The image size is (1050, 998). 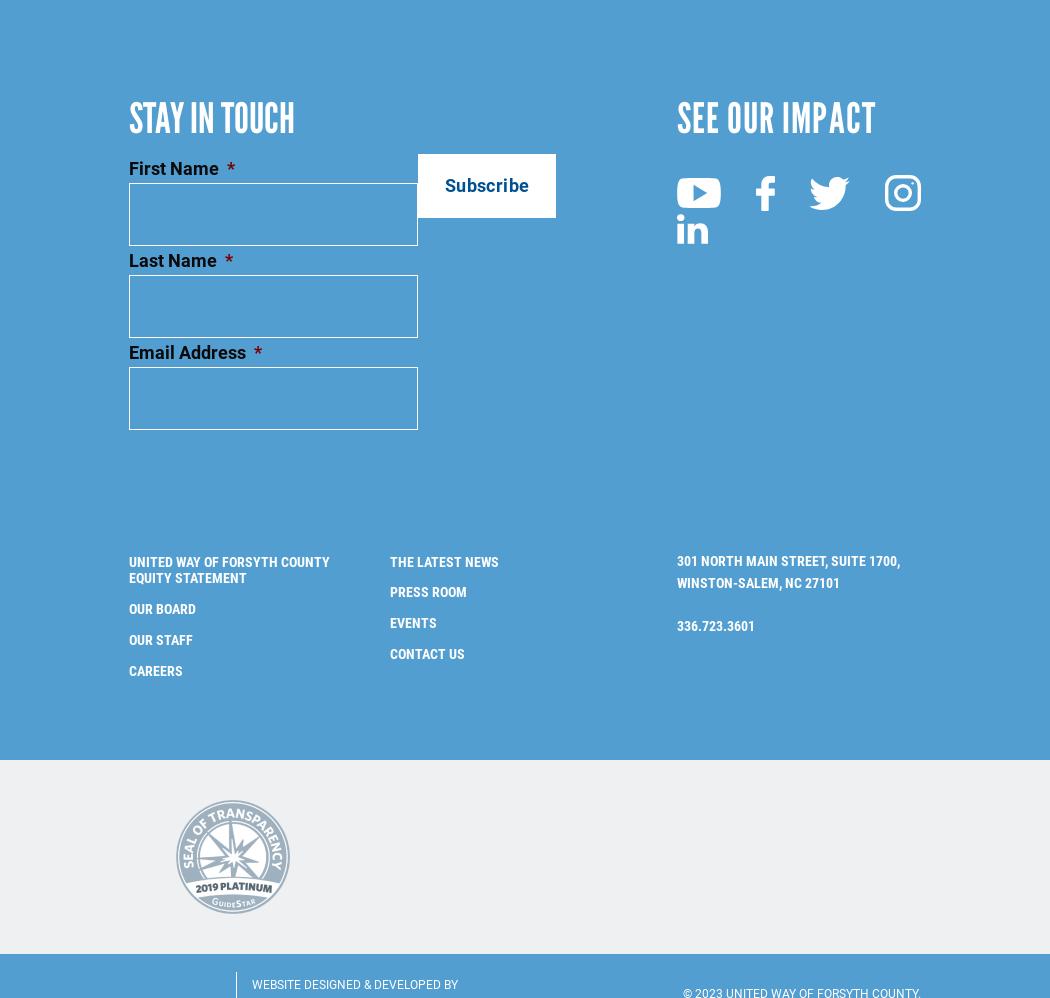 I want to click on 'Email Address', so click(x=187, y=318).